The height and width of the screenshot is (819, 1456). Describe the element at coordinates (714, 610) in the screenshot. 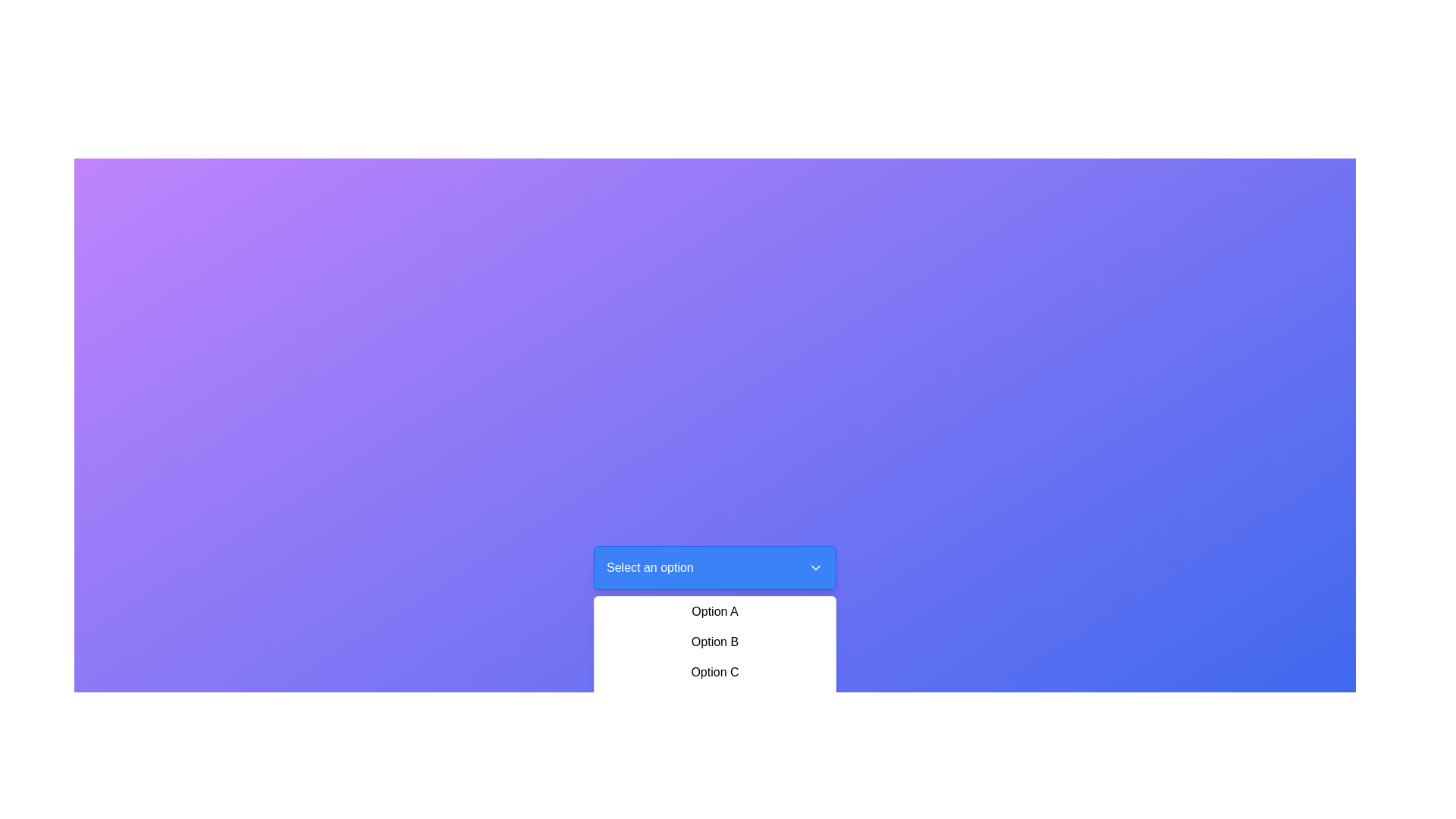

I see `the first option labeled 'Option A' in the dropdown menu` at that location.